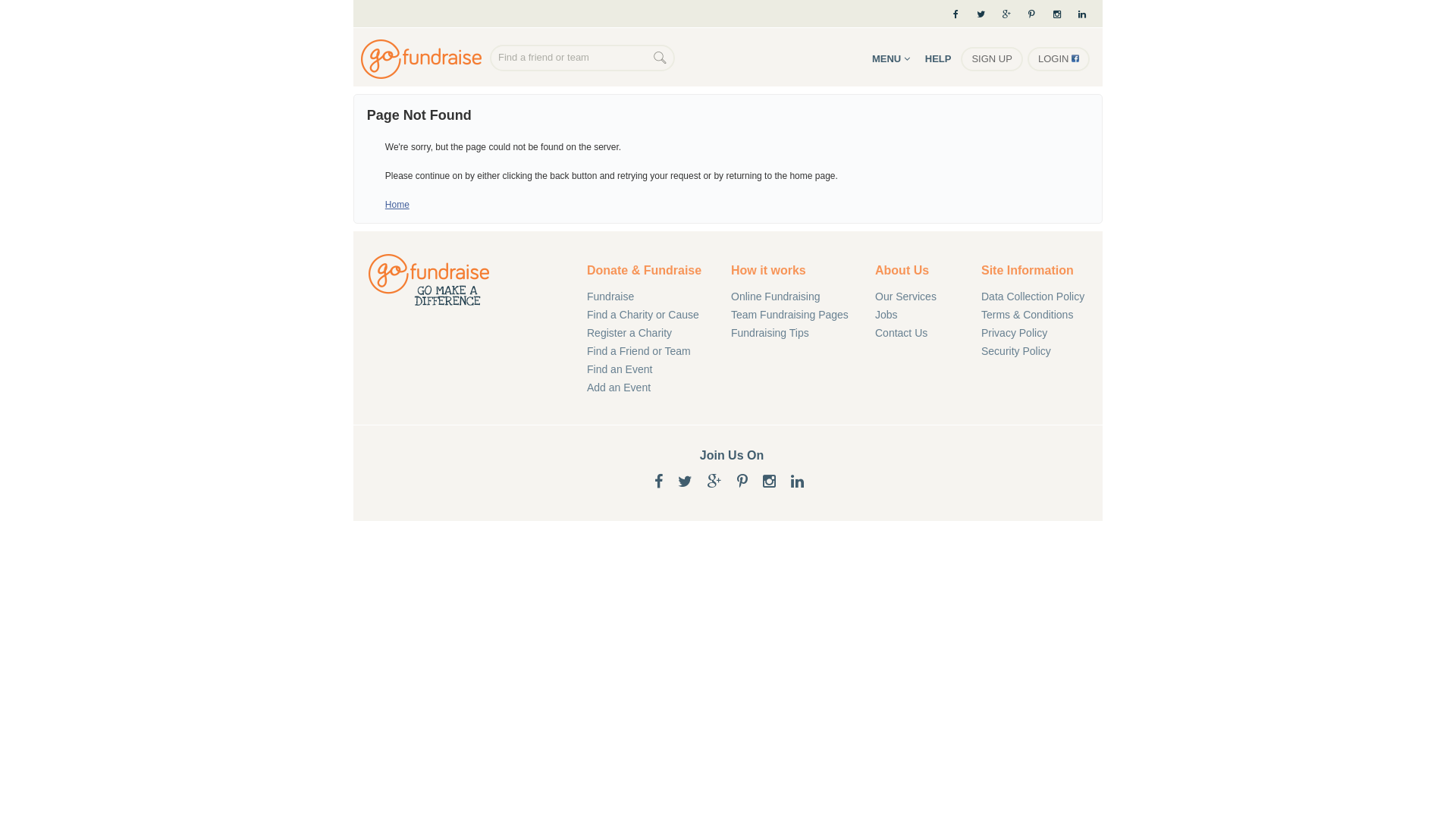 The width and height of the screenshot is (1456, 819). What do you see at coordinates (1040, 314) in the screenshot?
I see `'Terms & Conditions'` at bounding box center [1040, 314].